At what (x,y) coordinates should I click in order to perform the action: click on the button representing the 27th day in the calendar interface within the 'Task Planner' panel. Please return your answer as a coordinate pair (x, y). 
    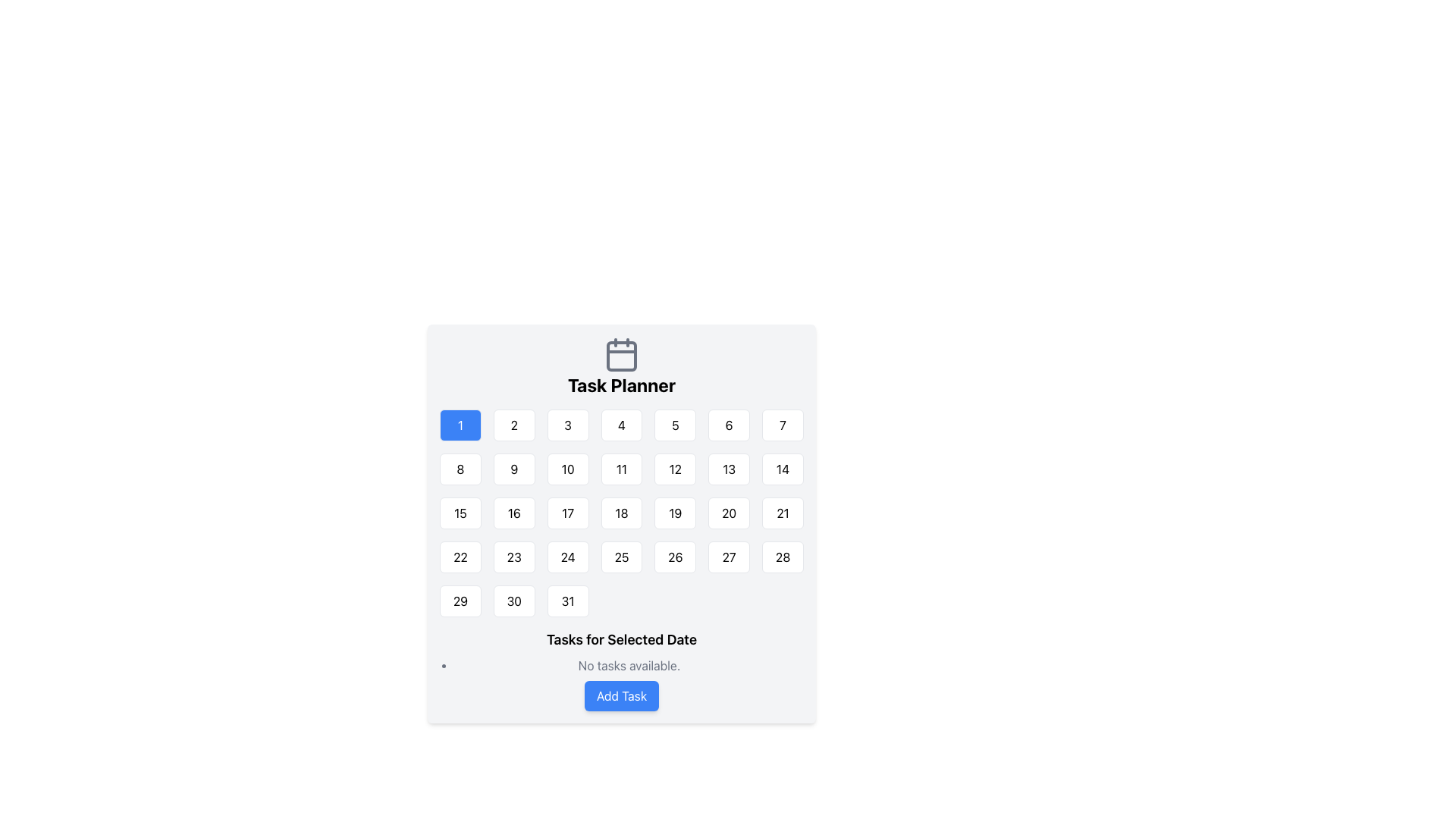
    Looking at the image, I should click on (729, 557).